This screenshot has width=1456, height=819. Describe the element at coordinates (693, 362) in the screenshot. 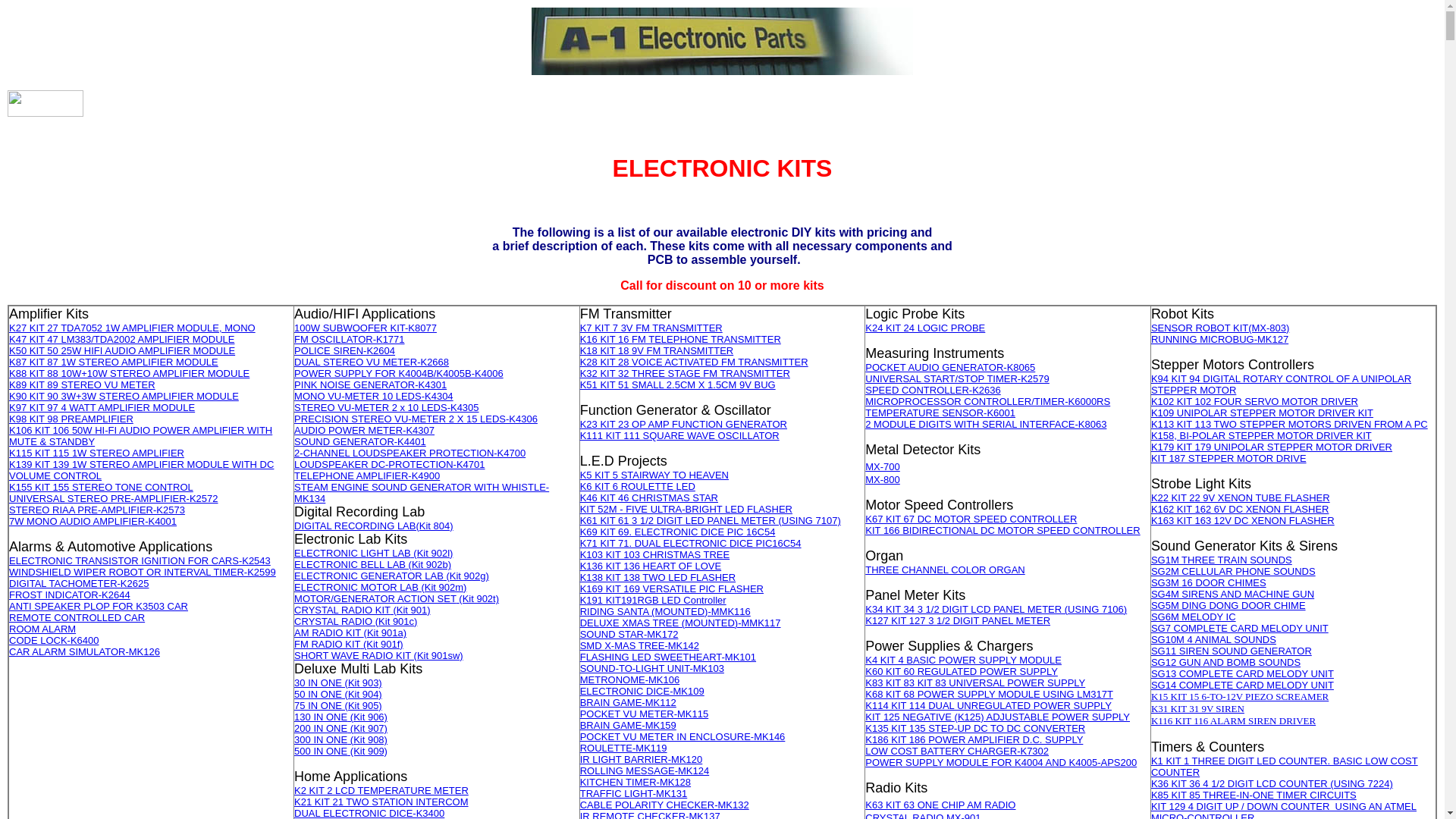

I see `'K28 KIT 28 VOICE ACTIVATED FM TRANSMITTER'` at that location.